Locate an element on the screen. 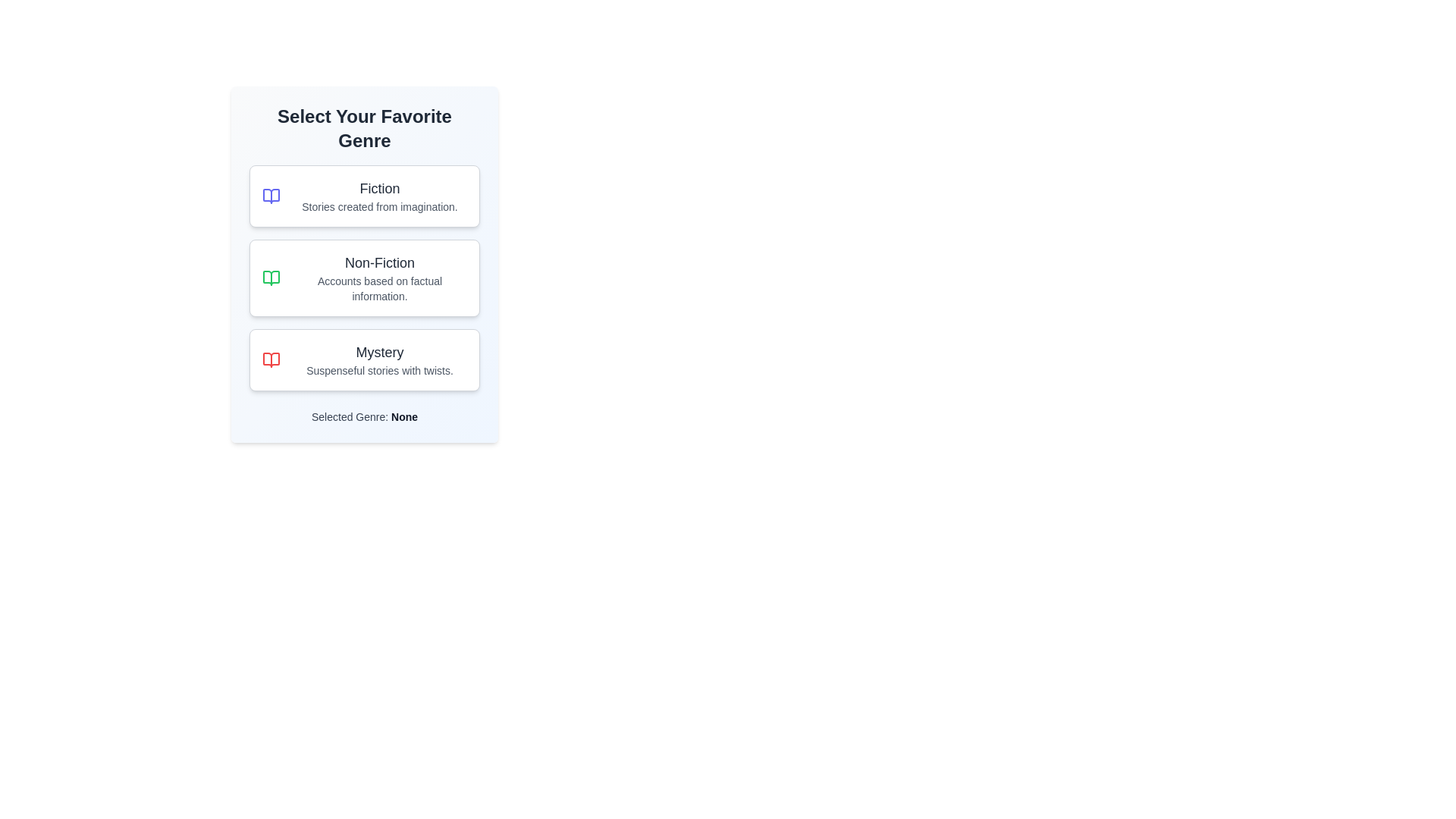 This screenshot has width=1456, height=819. the Text label that displays the current selected genre, indicating that no genre has been selected yet, positioned after 'Selected Genre:' is located at coordinates (404, 417).